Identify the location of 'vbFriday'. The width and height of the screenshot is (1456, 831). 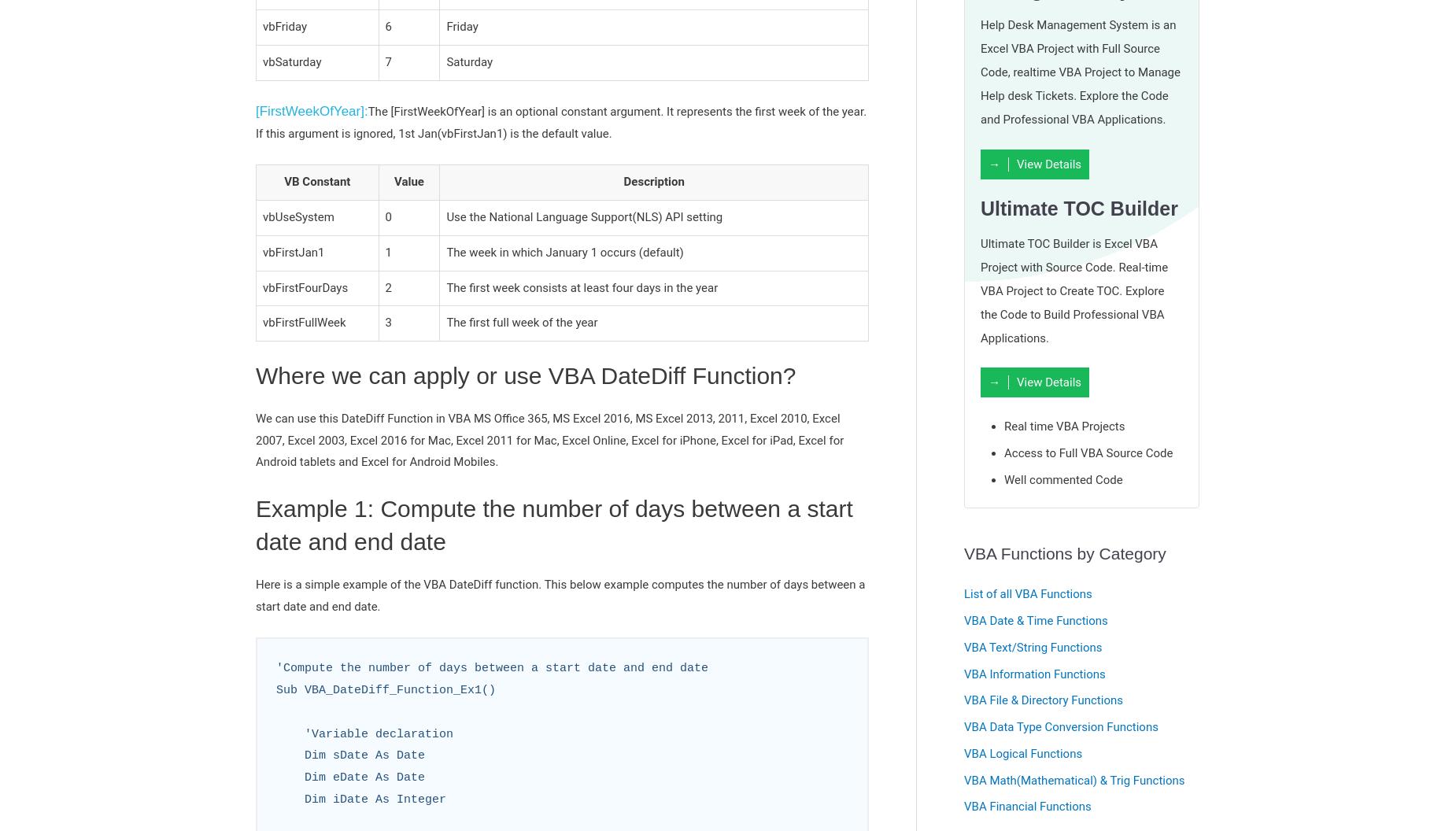
(284, 27).